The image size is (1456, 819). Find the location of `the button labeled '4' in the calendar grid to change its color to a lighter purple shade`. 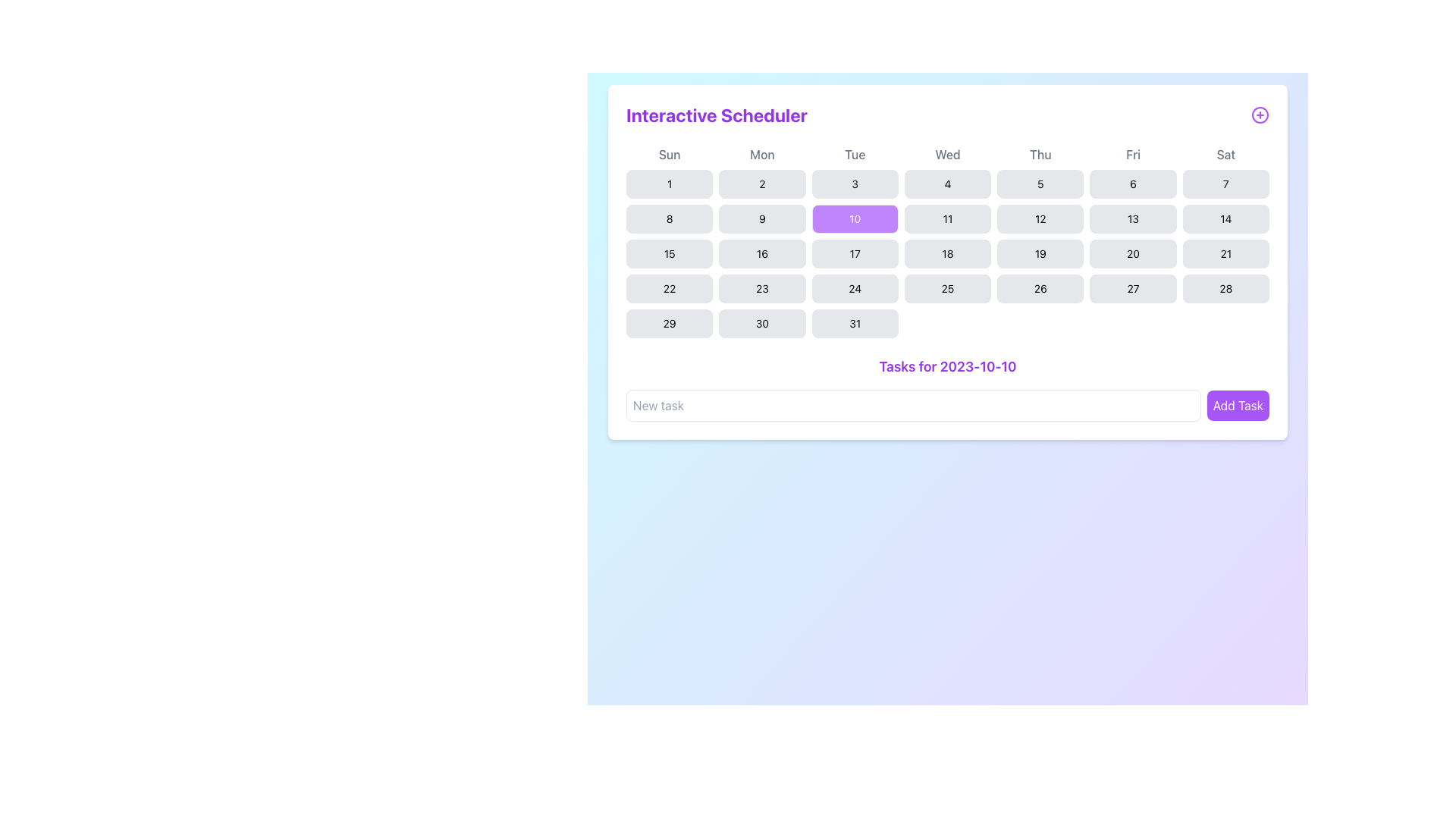

the button labeled '4' in the calendar grid to change its color to a lighter purple shade is located at coordinates (946, 184).